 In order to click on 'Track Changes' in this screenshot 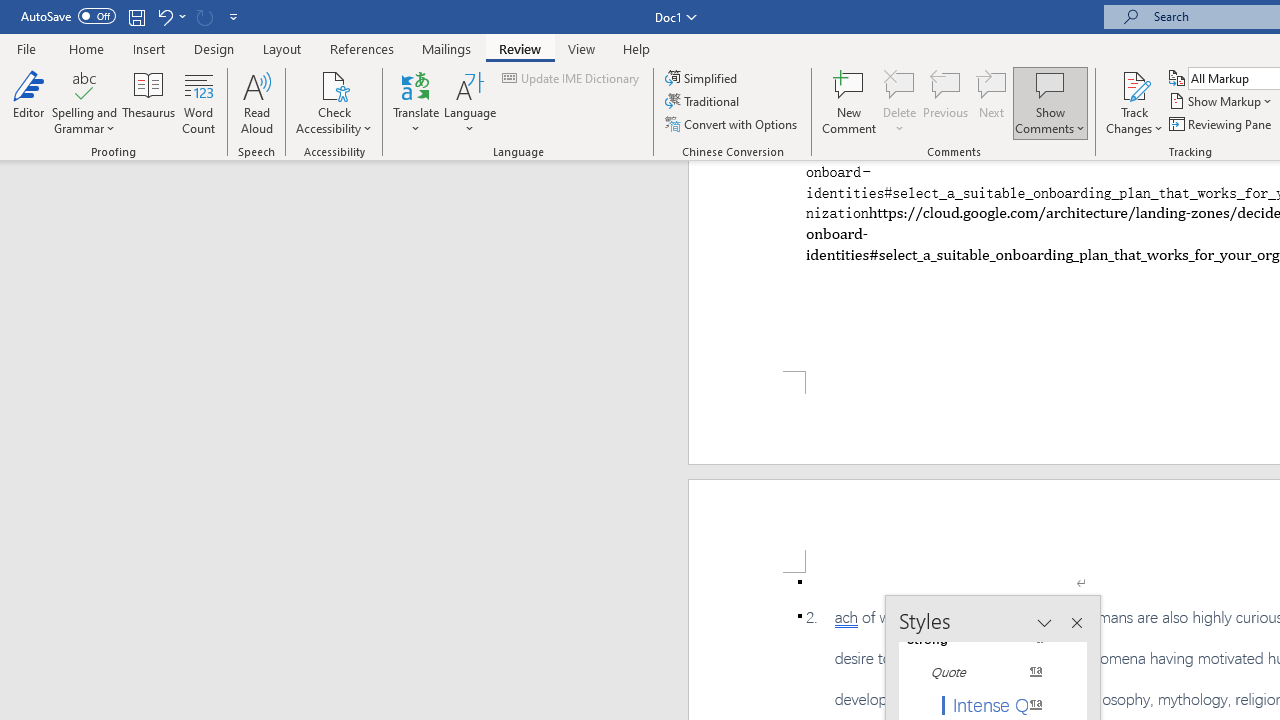, I will do `click(1134, 103)`.